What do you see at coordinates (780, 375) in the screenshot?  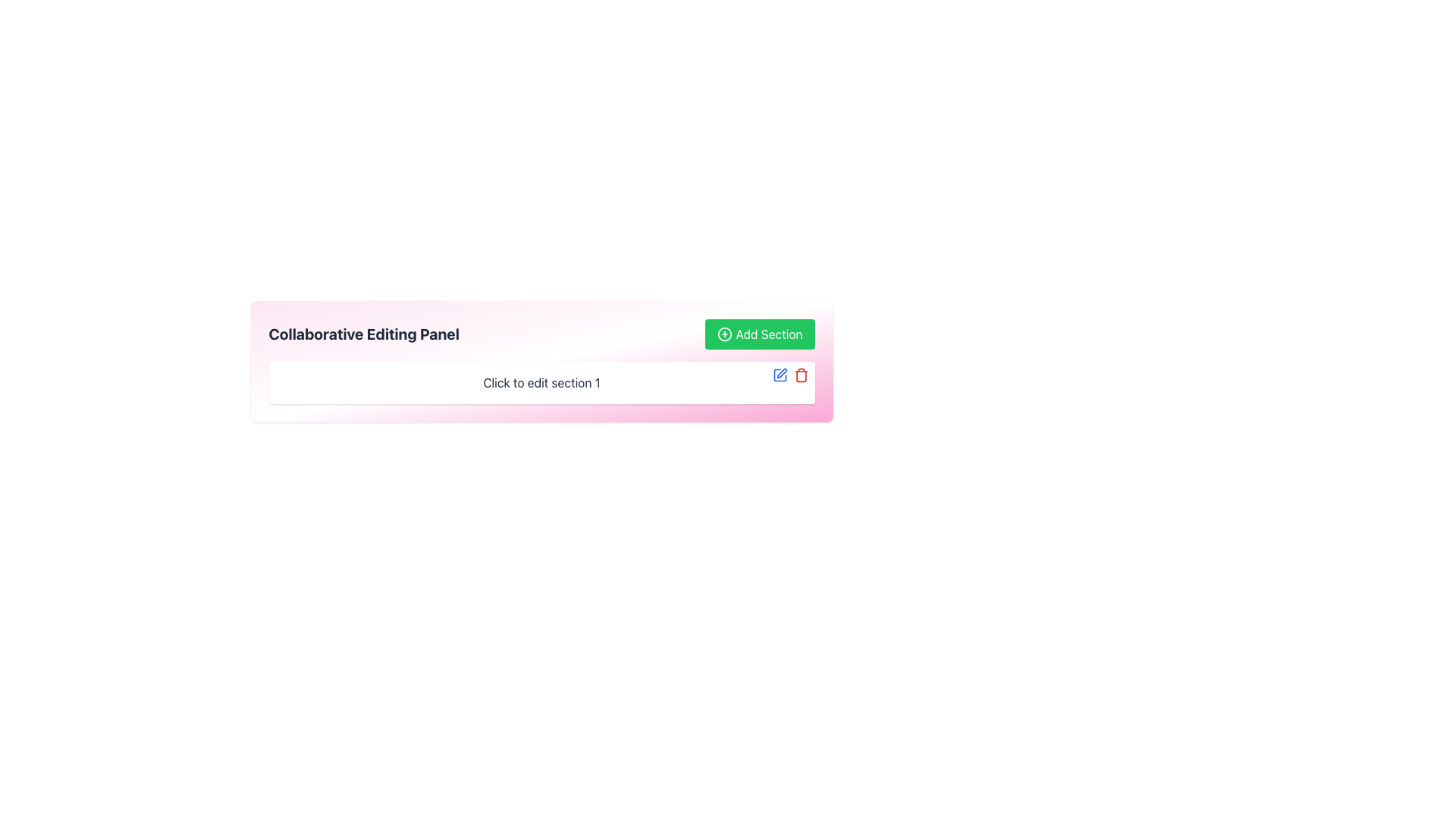 I see `the edit icon button located to the right of the input field` at bounding box center [780, 375].